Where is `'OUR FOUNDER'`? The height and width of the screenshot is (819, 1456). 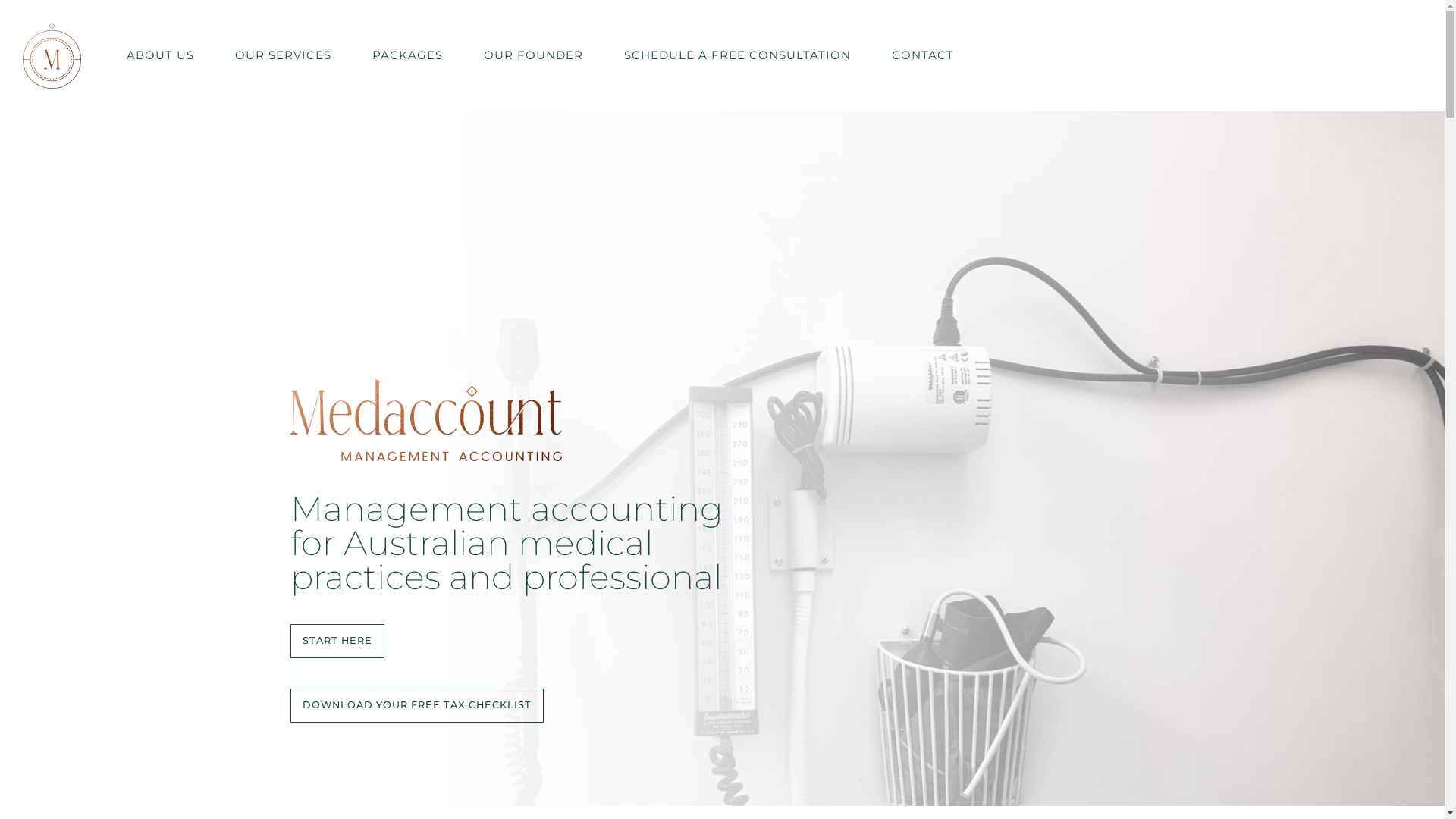
'OUR FOUNDER' is located at coordinates (533, 55).